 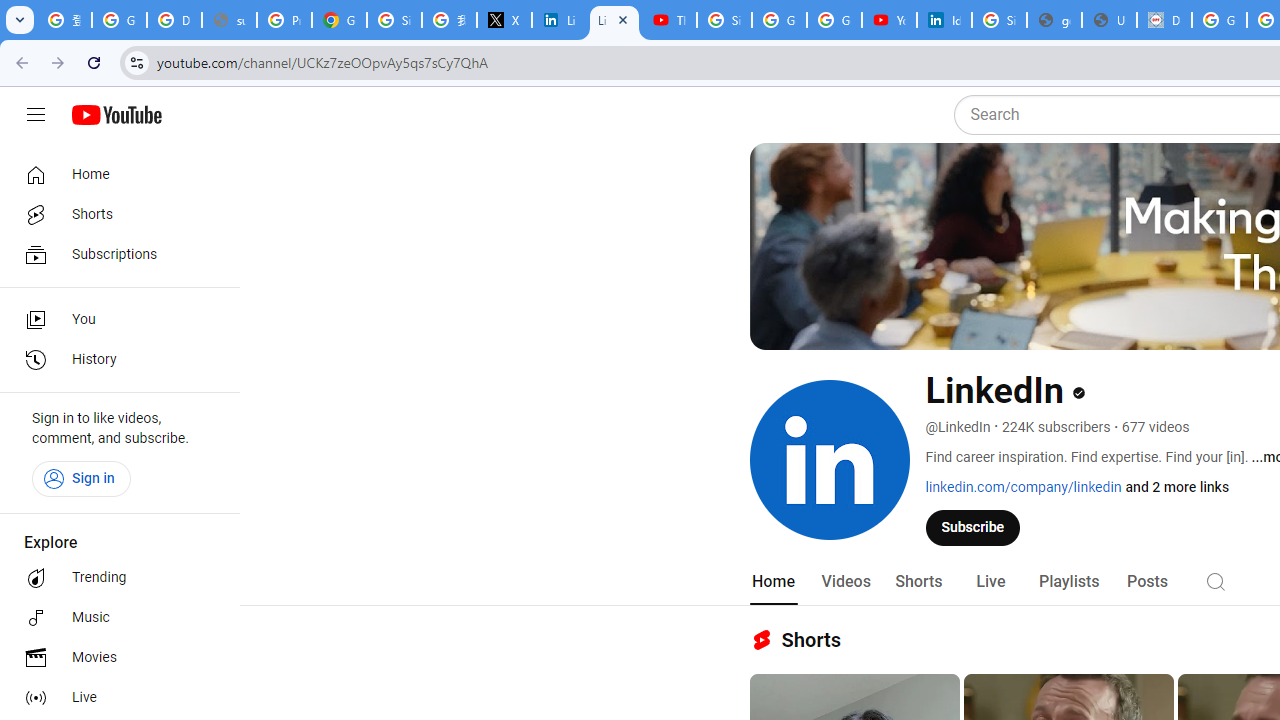 I want to click on 'X', so click(x=504, y=20).